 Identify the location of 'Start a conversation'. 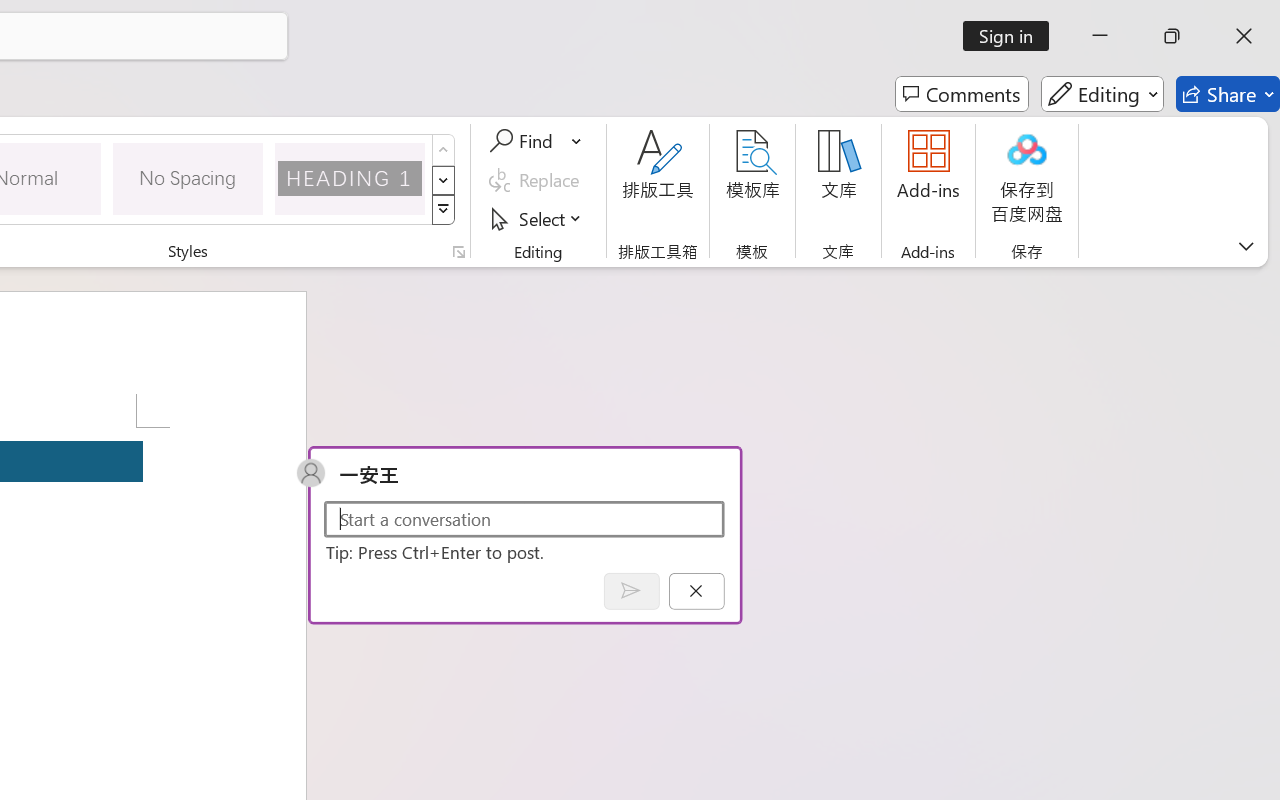
(524, 517).